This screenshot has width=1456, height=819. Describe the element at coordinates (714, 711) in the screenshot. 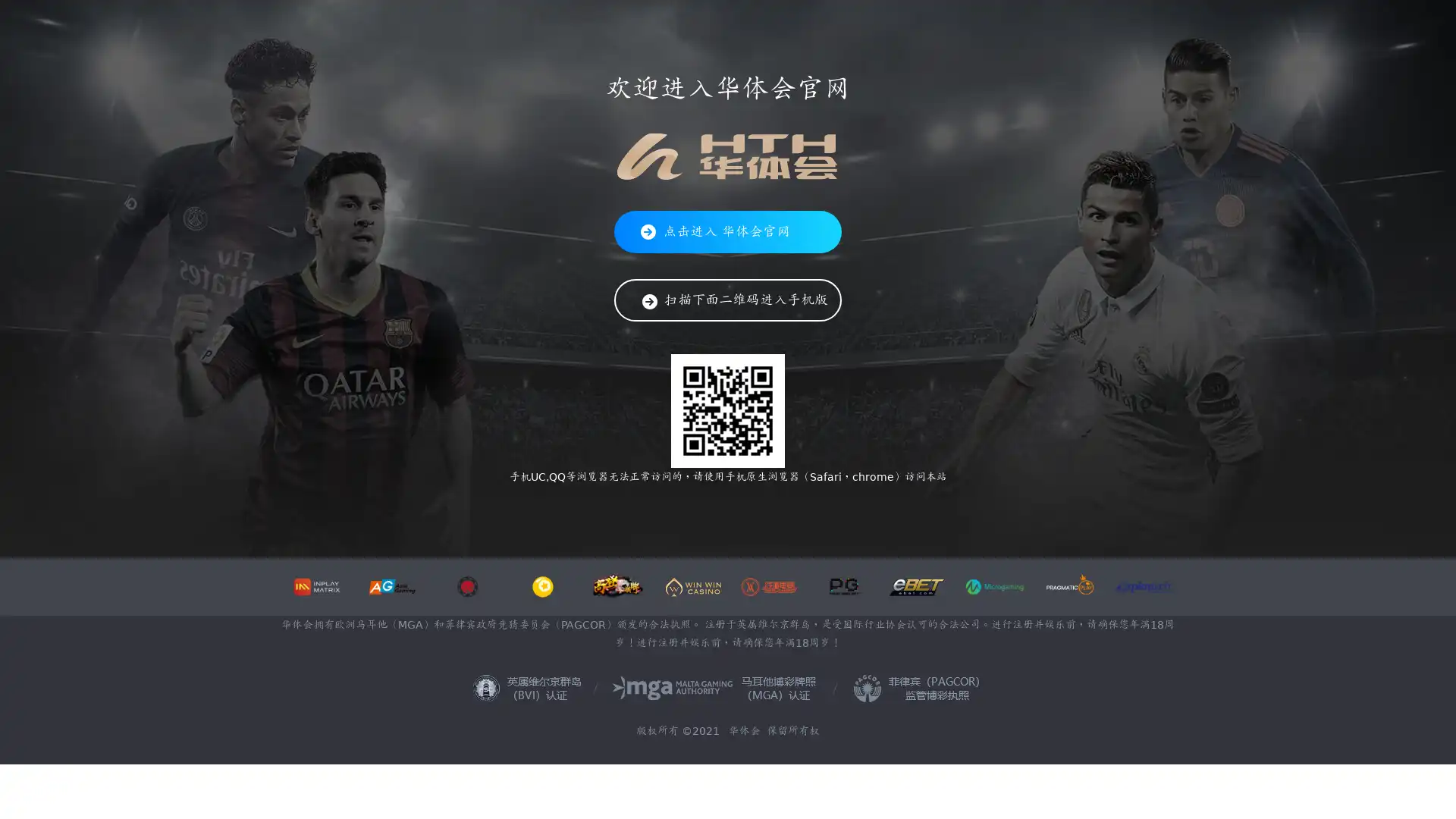

I see `Next` at that location.